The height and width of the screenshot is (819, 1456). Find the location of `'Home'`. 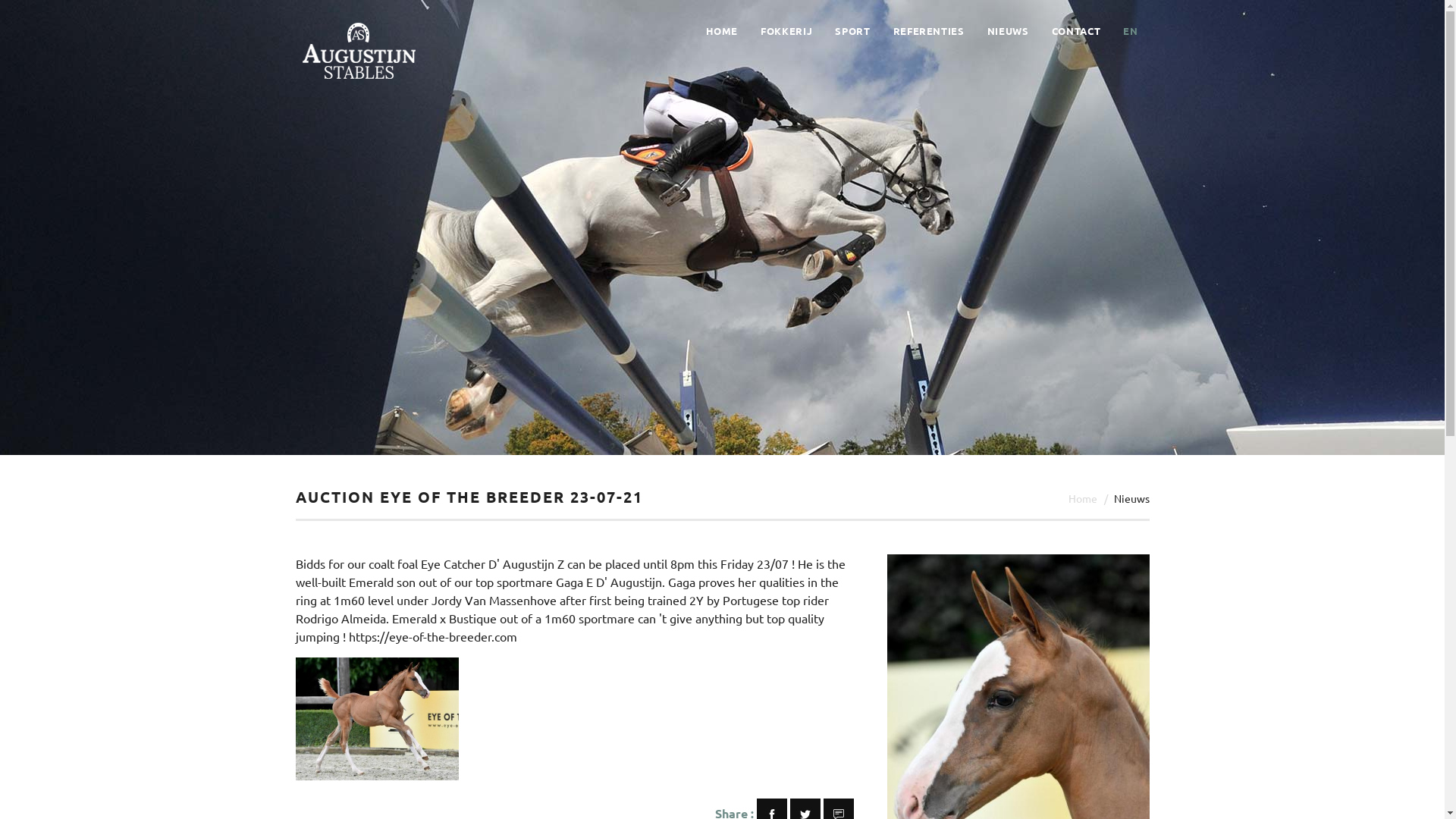

'Home' is located at coordinates (1066, 497).